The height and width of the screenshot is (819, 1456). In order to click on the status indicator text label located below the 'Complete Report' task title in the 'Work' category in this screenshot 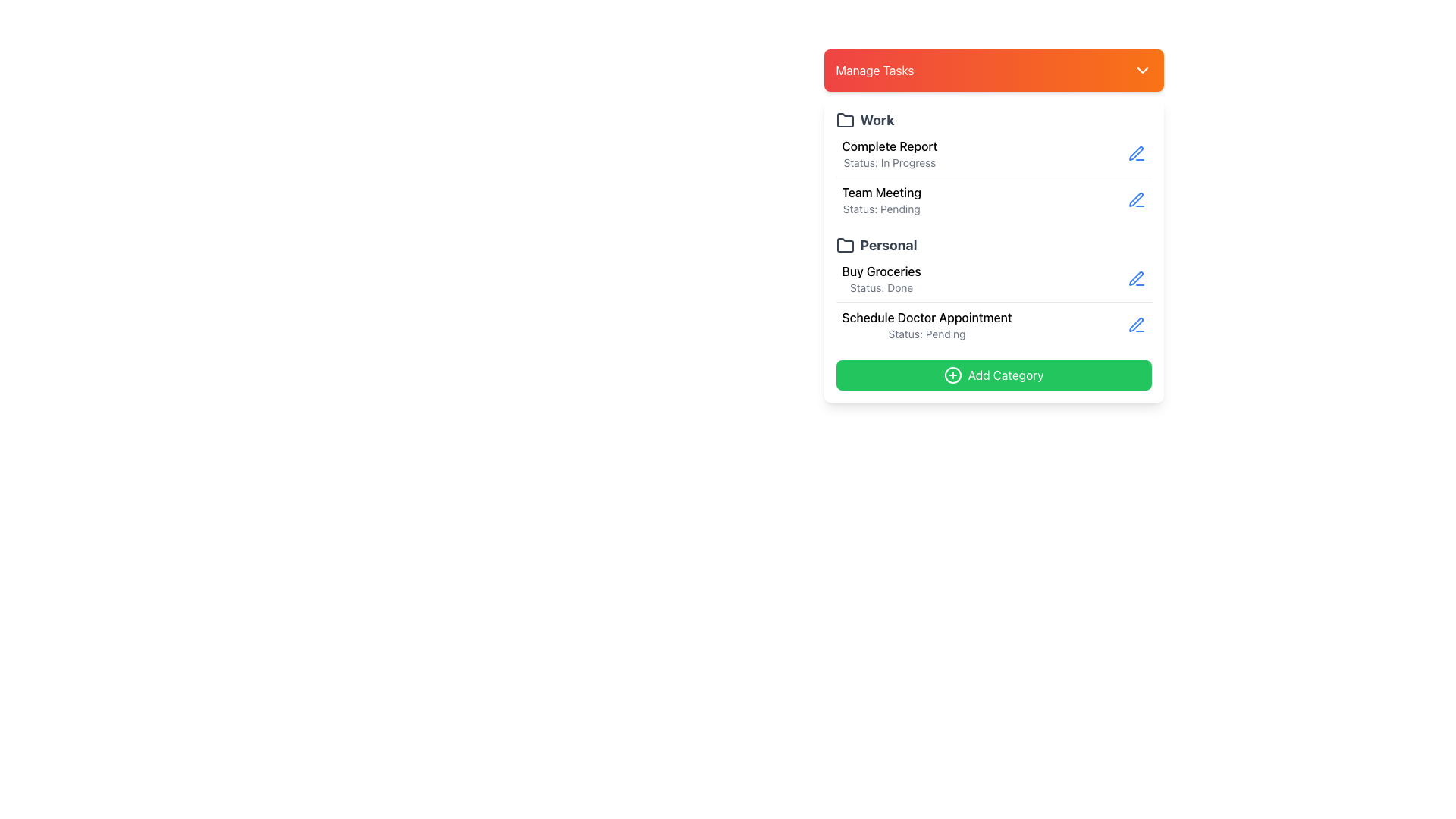, I will do `click(890, 163)`.